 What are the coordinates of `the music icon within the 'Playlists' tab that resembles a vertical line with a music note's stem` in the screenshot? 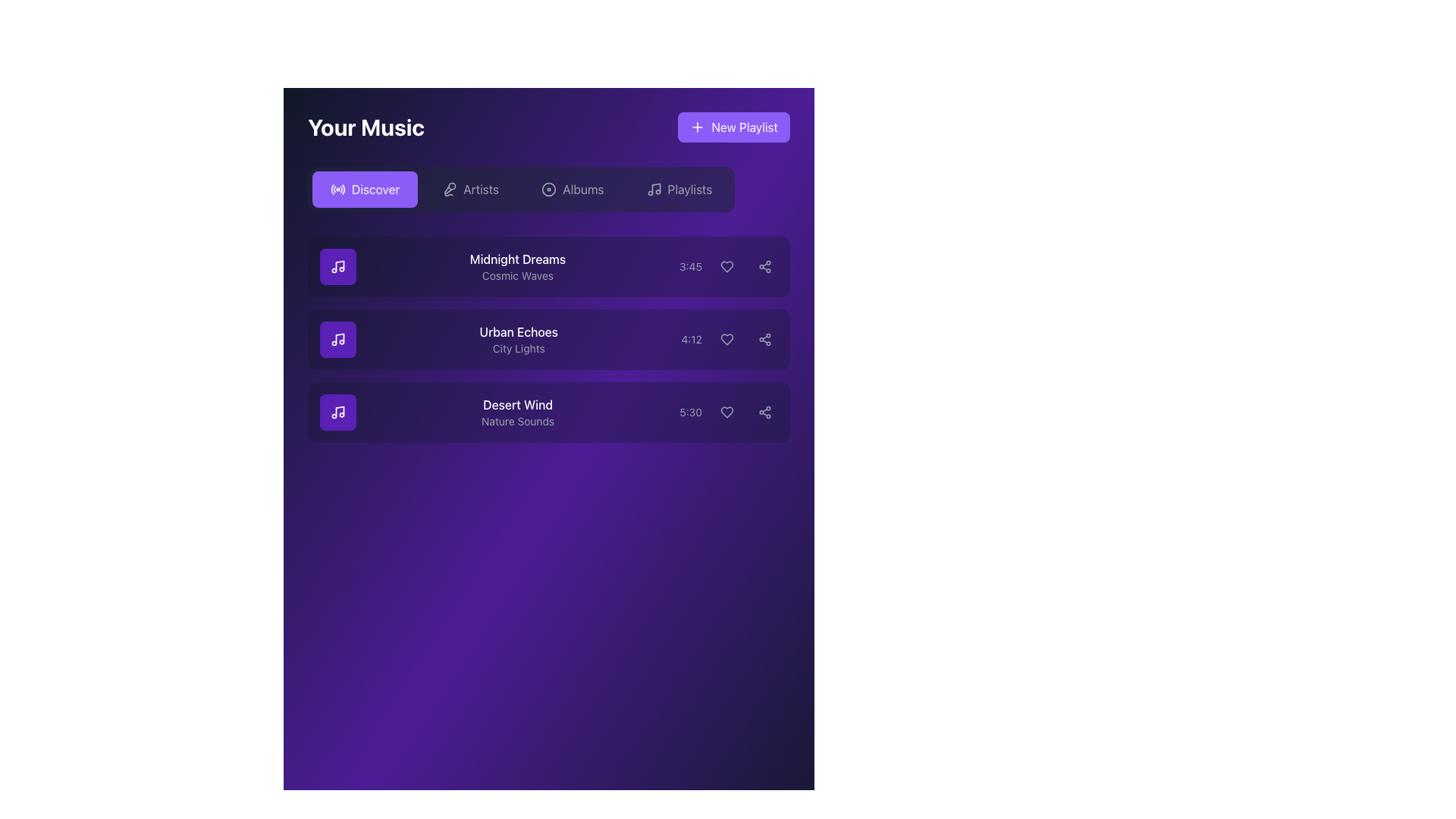 It's located at (655, 187).